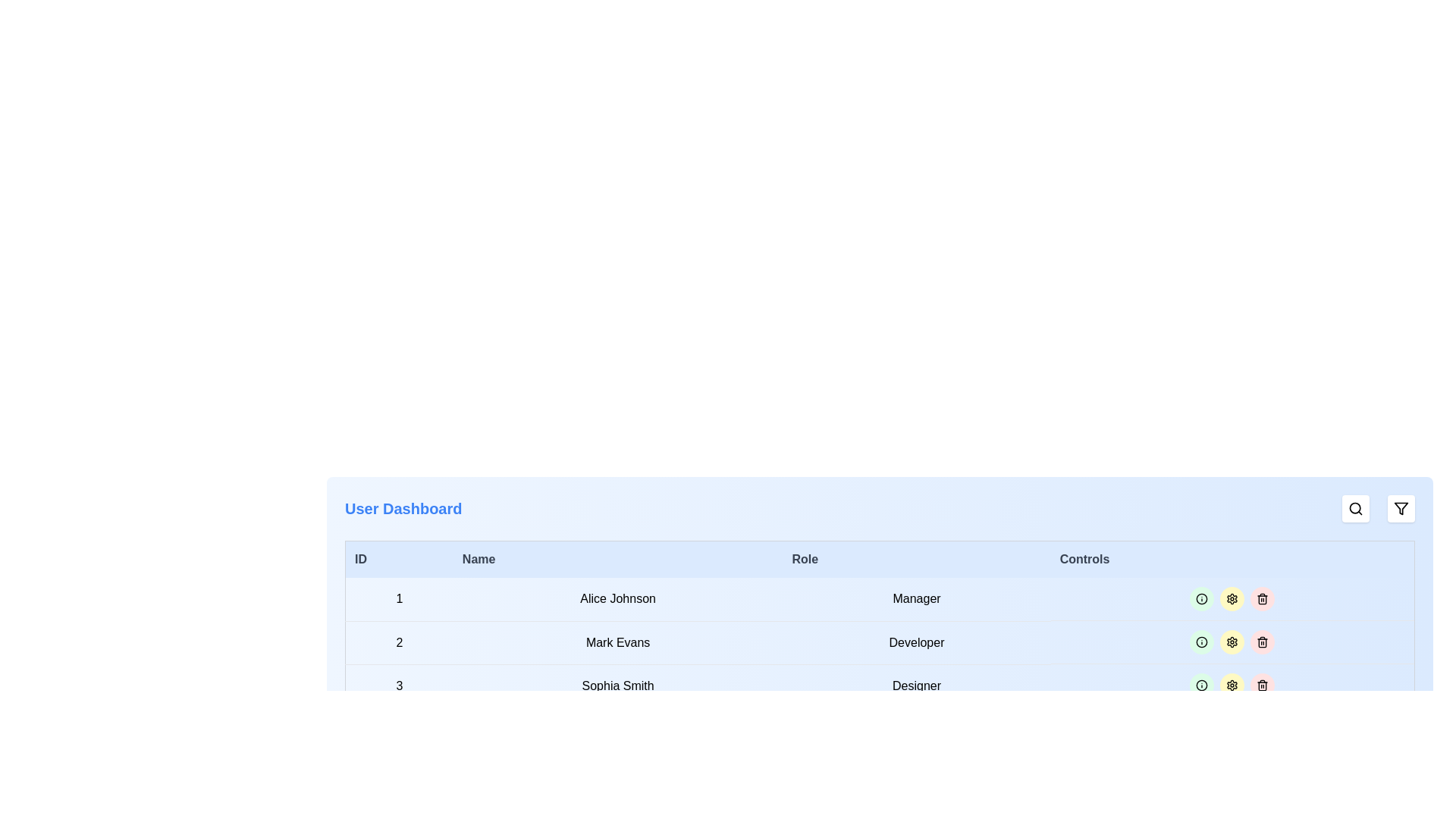  I want to click on the trash can icon button located in the third row under the 'Controls' header for user 'Sophia Smith', so click(1263, 685).